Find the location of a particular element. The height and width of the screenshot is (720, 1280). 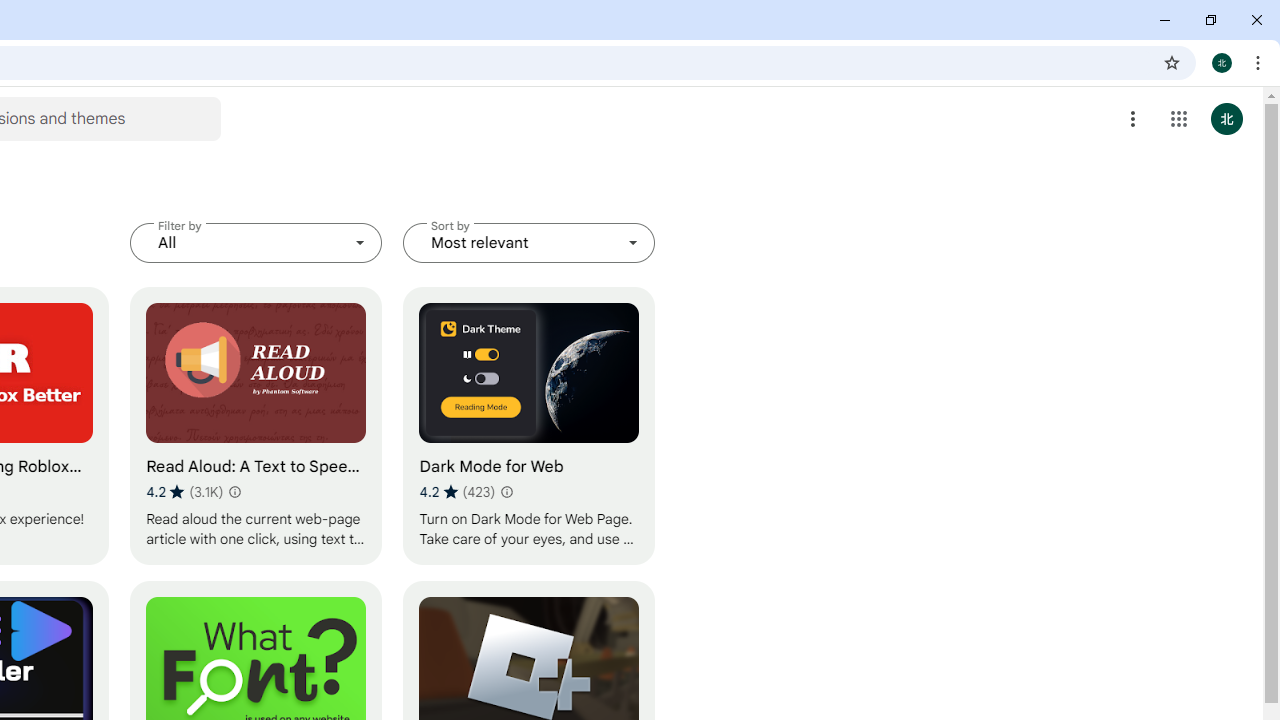

'Average rating 4.2 out of 5 stars. 423 ratings.' is located at coordinates (456, 491).